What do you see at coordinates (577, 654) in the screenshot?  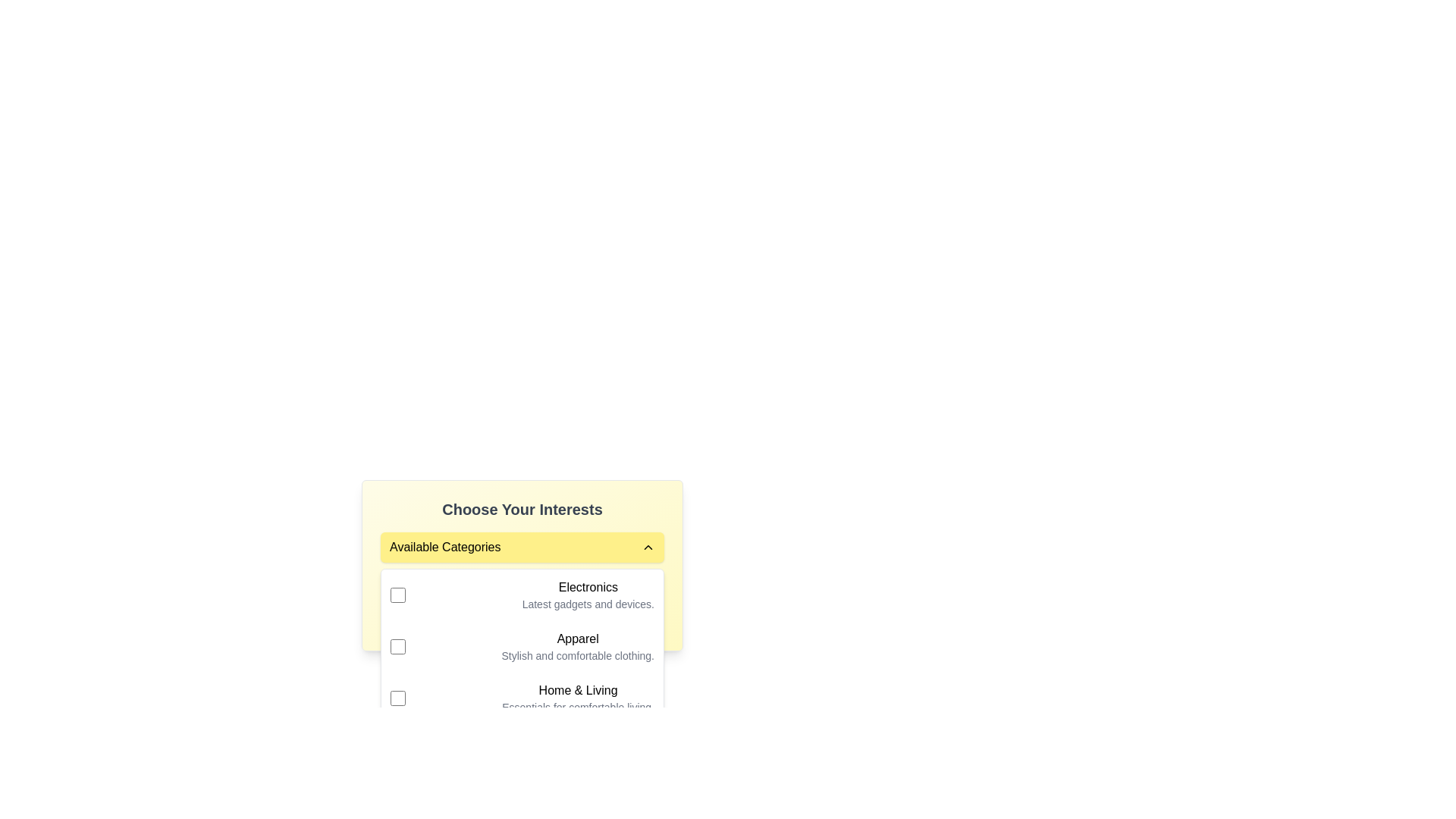 I see `the static text element displaying 'Stylish and comfortable clothing.' located beneath the heading 'Apparel' in the 'Available Categories' group` at bounding box center [577, 654].